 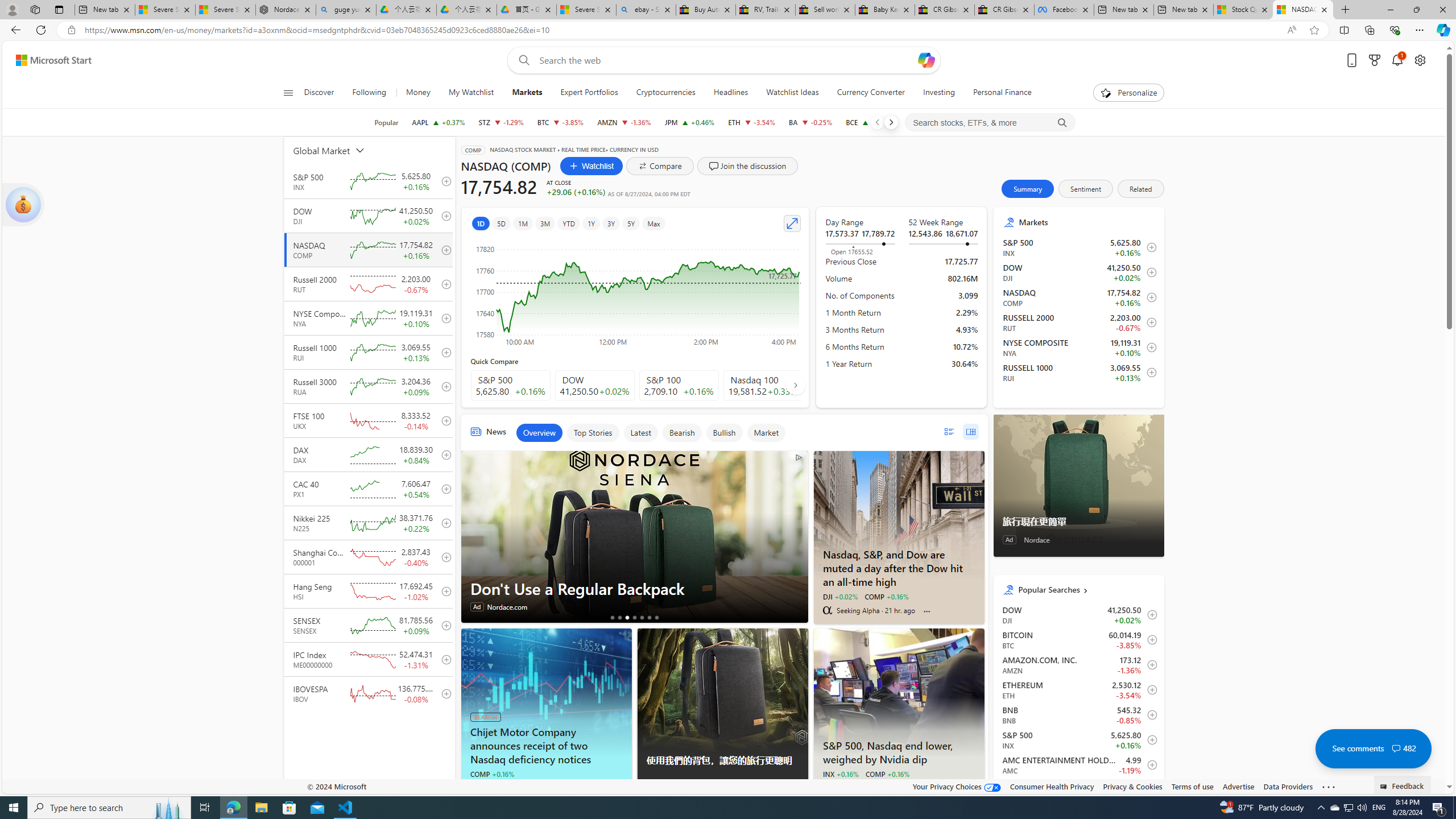 What do you see at coordinates (869, 122) in the screenshot?
I see `'BCE BCE Inc increase 35.22 +0.08 +0.23%'` at bounding box center [869, 122].